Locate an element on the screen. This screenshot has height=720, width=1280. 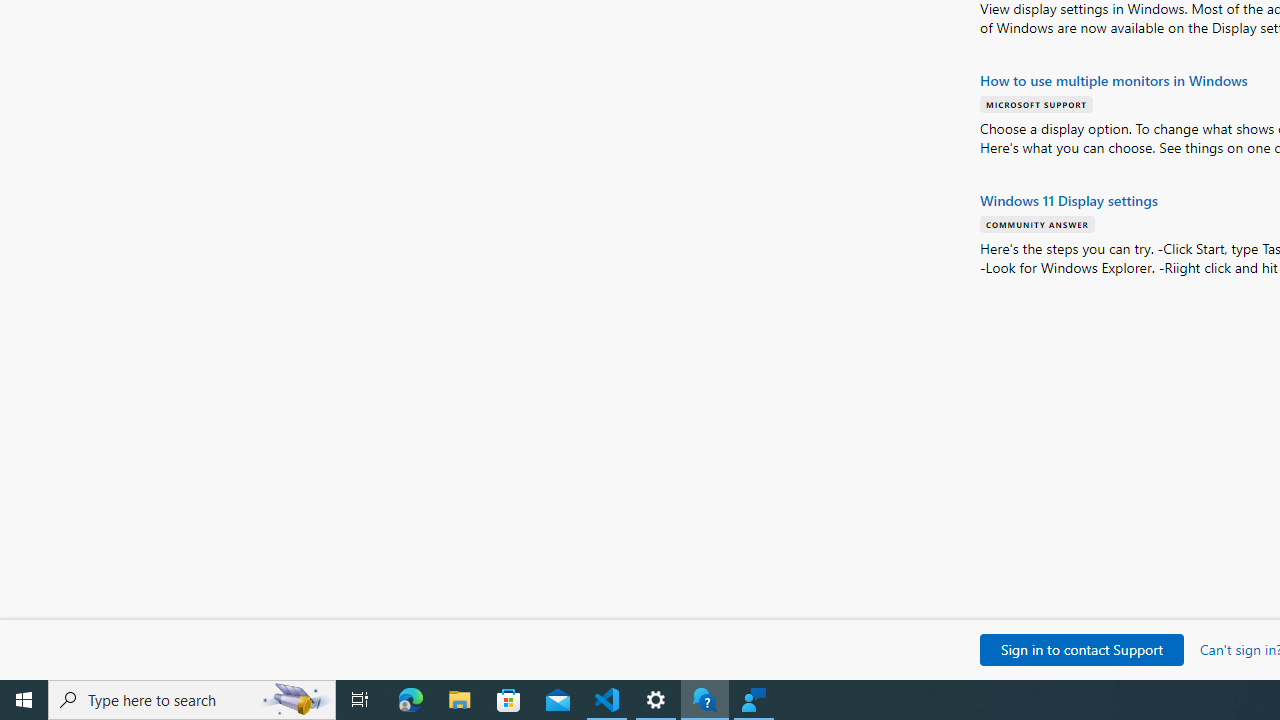
'Feedback Hub - 1 running window' is located at coordinates (753, 698).